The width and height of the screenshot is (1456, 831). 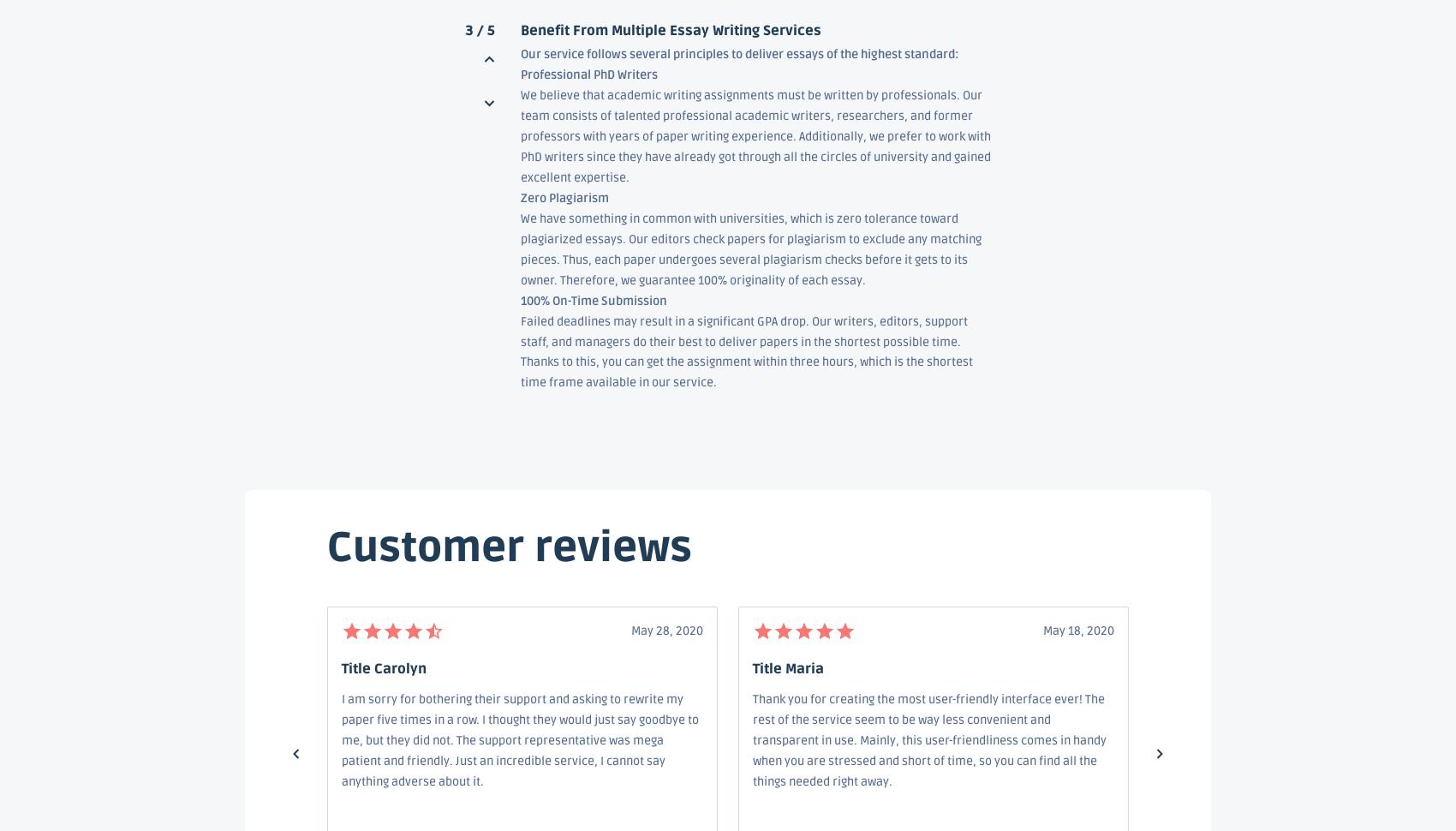 What do you see at coordinates (519, 756) in the screenshot?
I see `'Once you place an order, your job is done. Afterward, you can relax: have an excellent time with friends/your significant other, take a rest, have a nap, etc. Our writer will craft a paper for you. So waiting for a notification from us is the only thing you need to do.'` at bounding box center [519, 756].